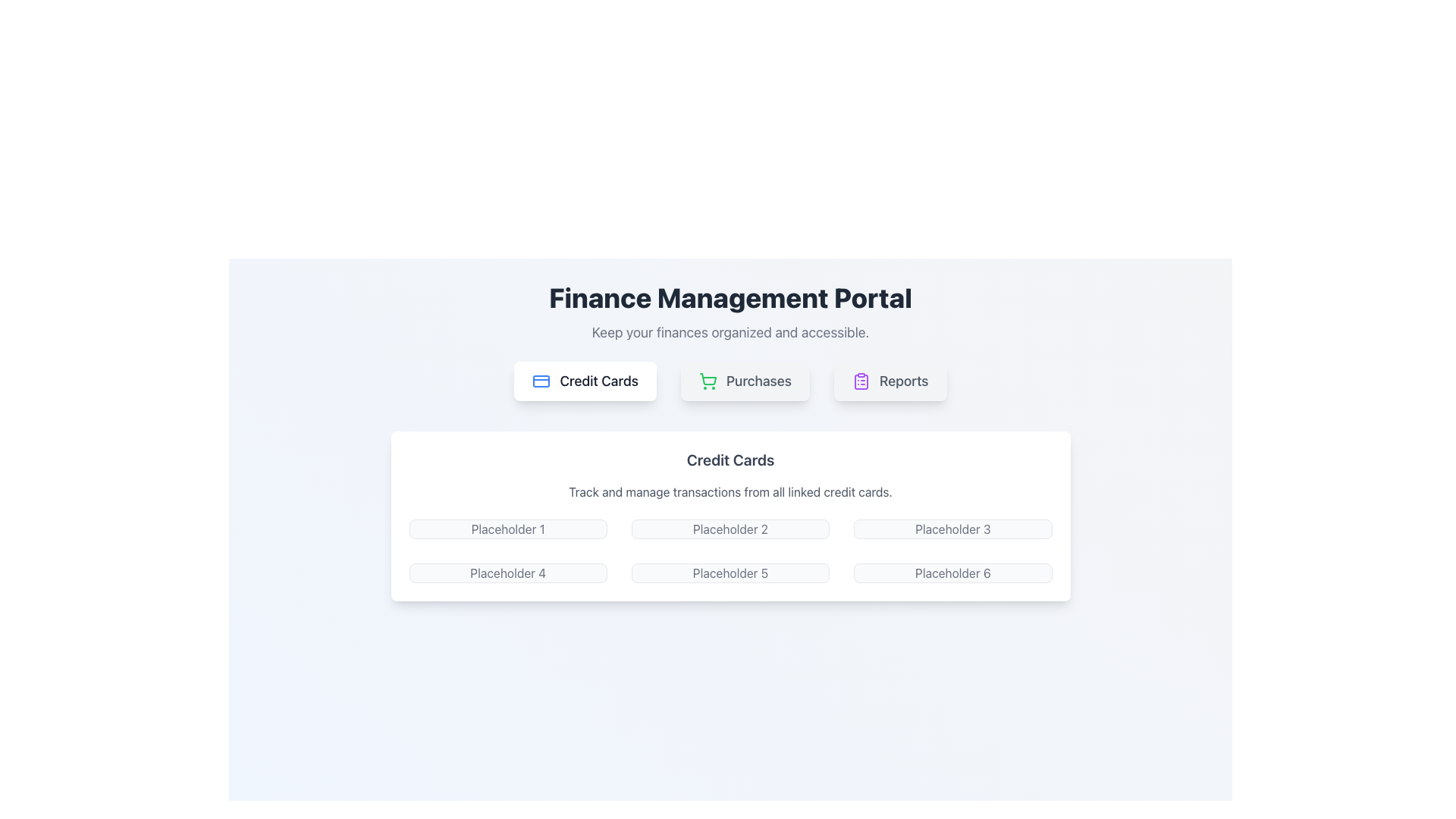 This screenshot has width=1456, height=819. What do you see at coordinates (541, 380) in the screenshot?
I see `the blue credit card icon located in the 'Credit Cards' box at the top-center of the interface` at bounding box center [541, 380].